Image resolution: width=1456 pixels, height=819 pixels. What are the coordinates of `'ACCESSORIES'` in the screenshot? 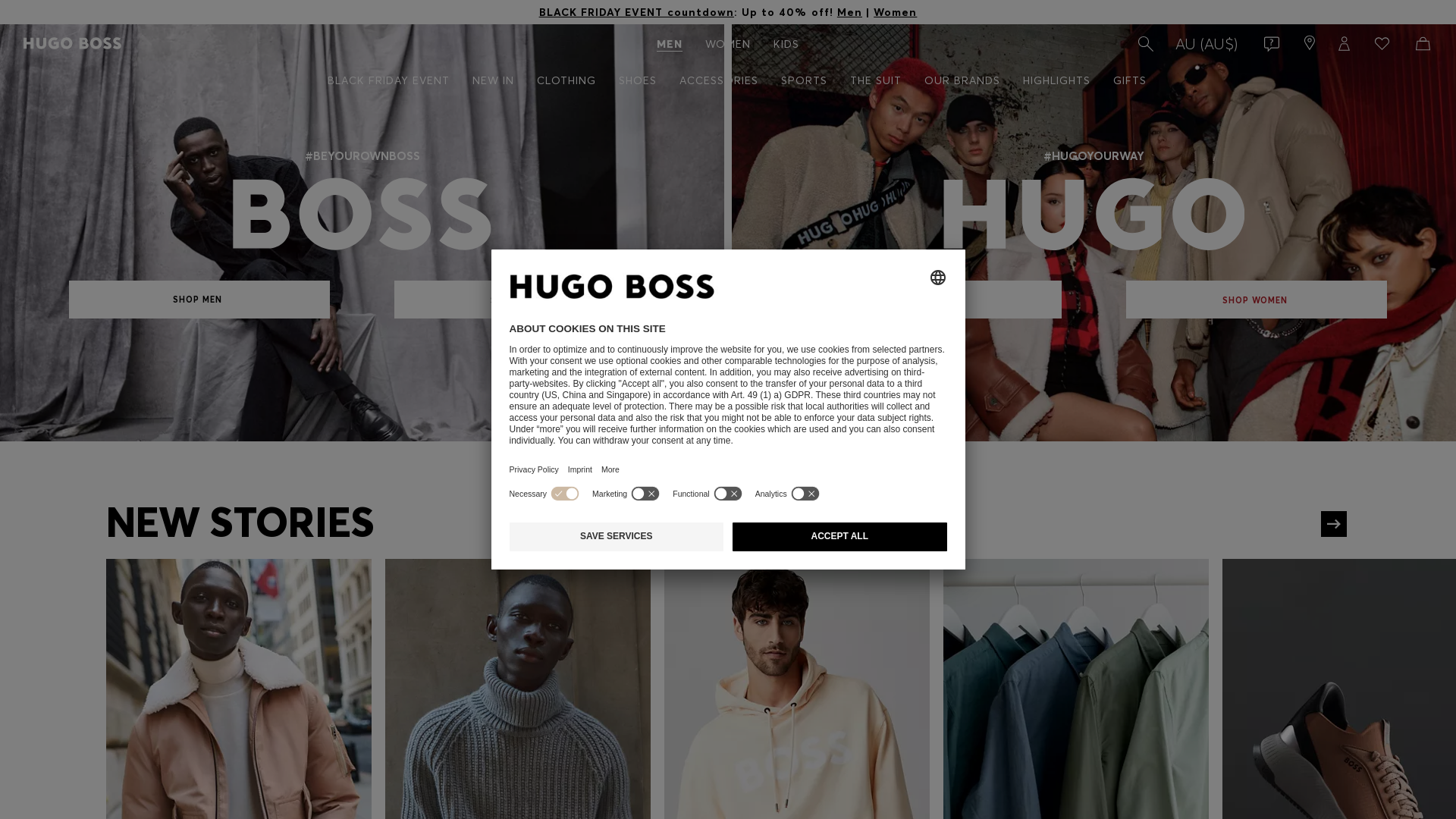 It's located at (717, 80).